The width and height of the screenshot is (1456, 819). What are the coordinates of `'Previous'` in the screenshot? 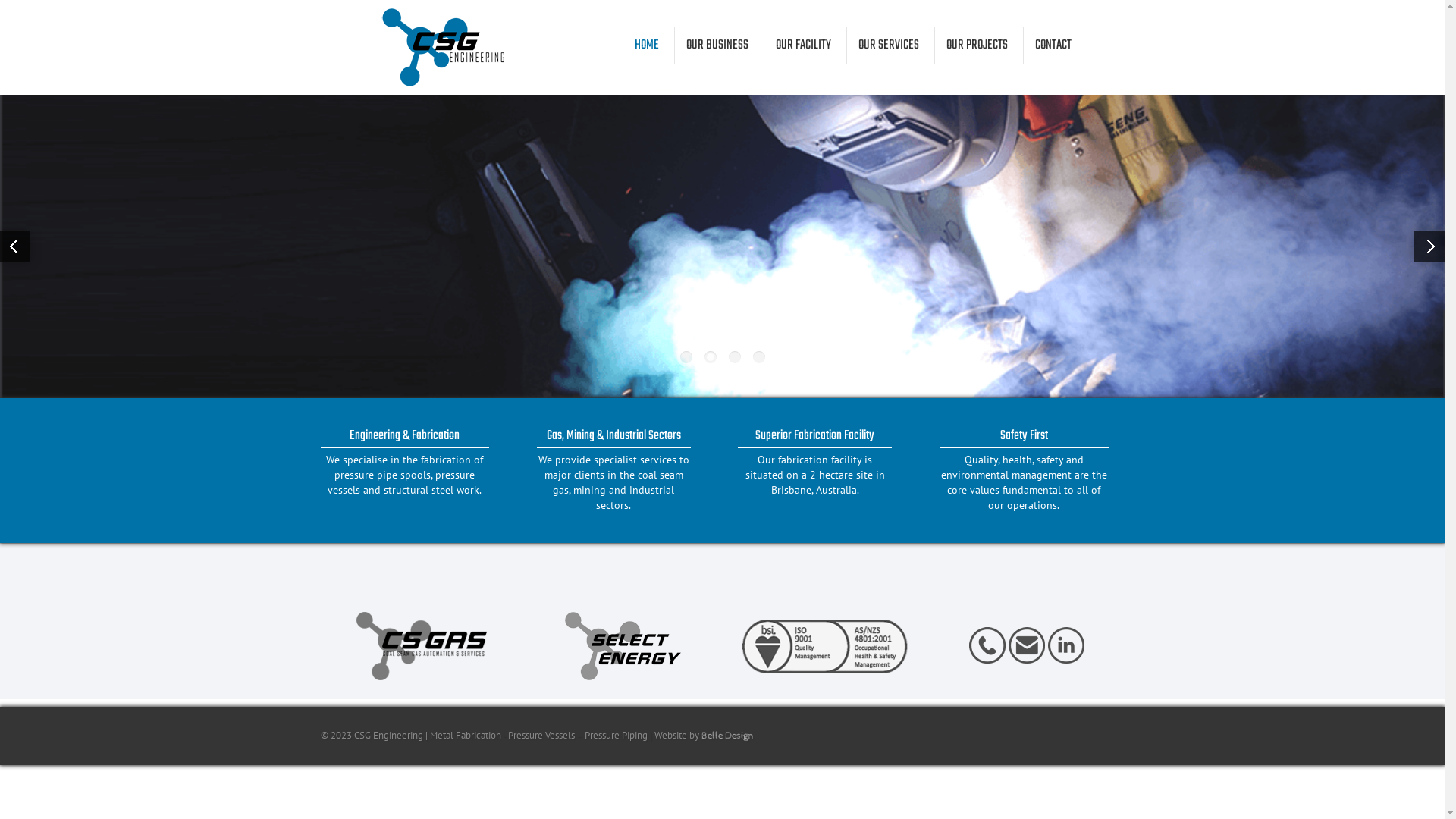 It's located at (0, 245).